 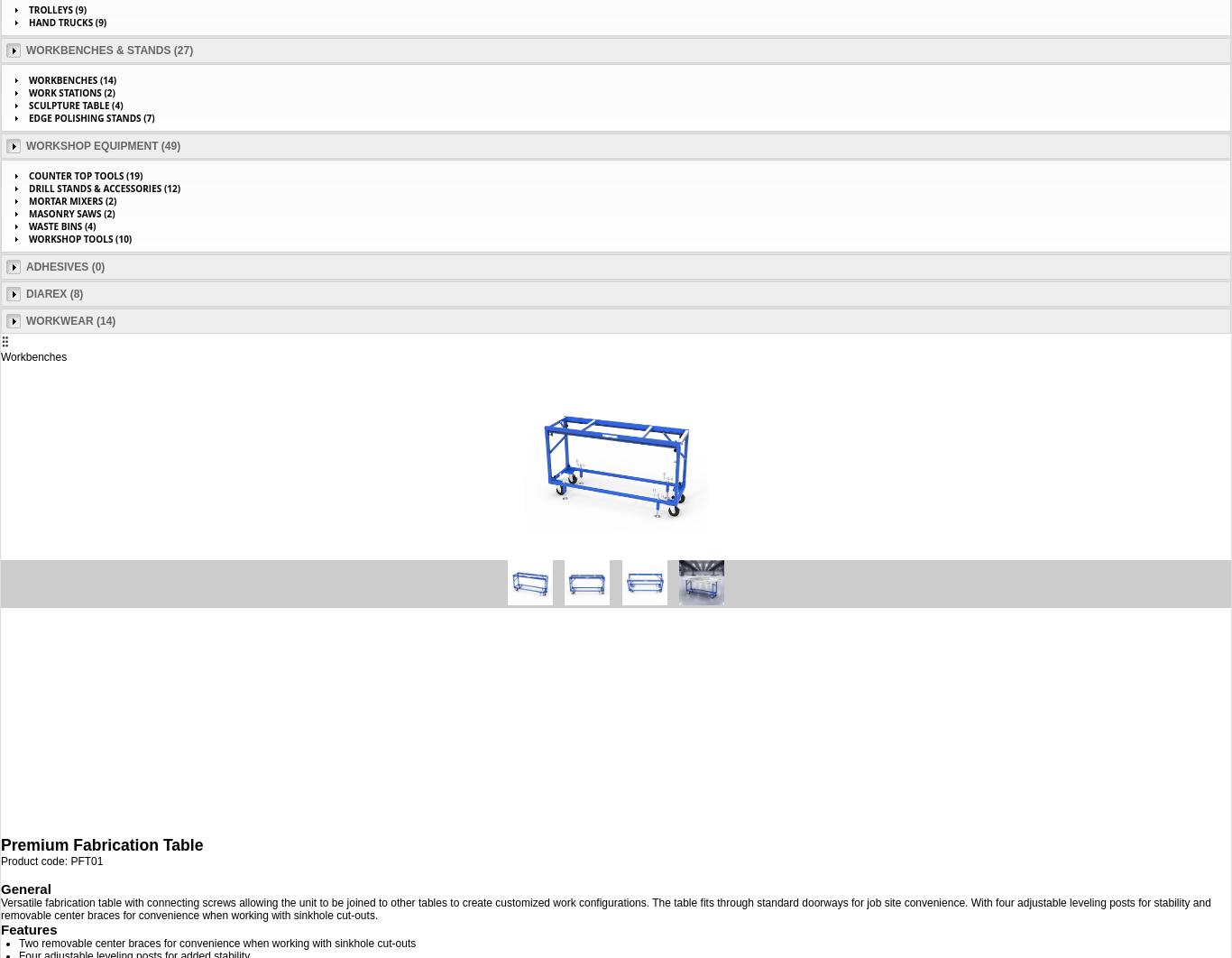 What do you see at coordinates (85, 175) in the screenshot?
I see `'Counter Top Tools (19)'` at bounding box center [85, 175].